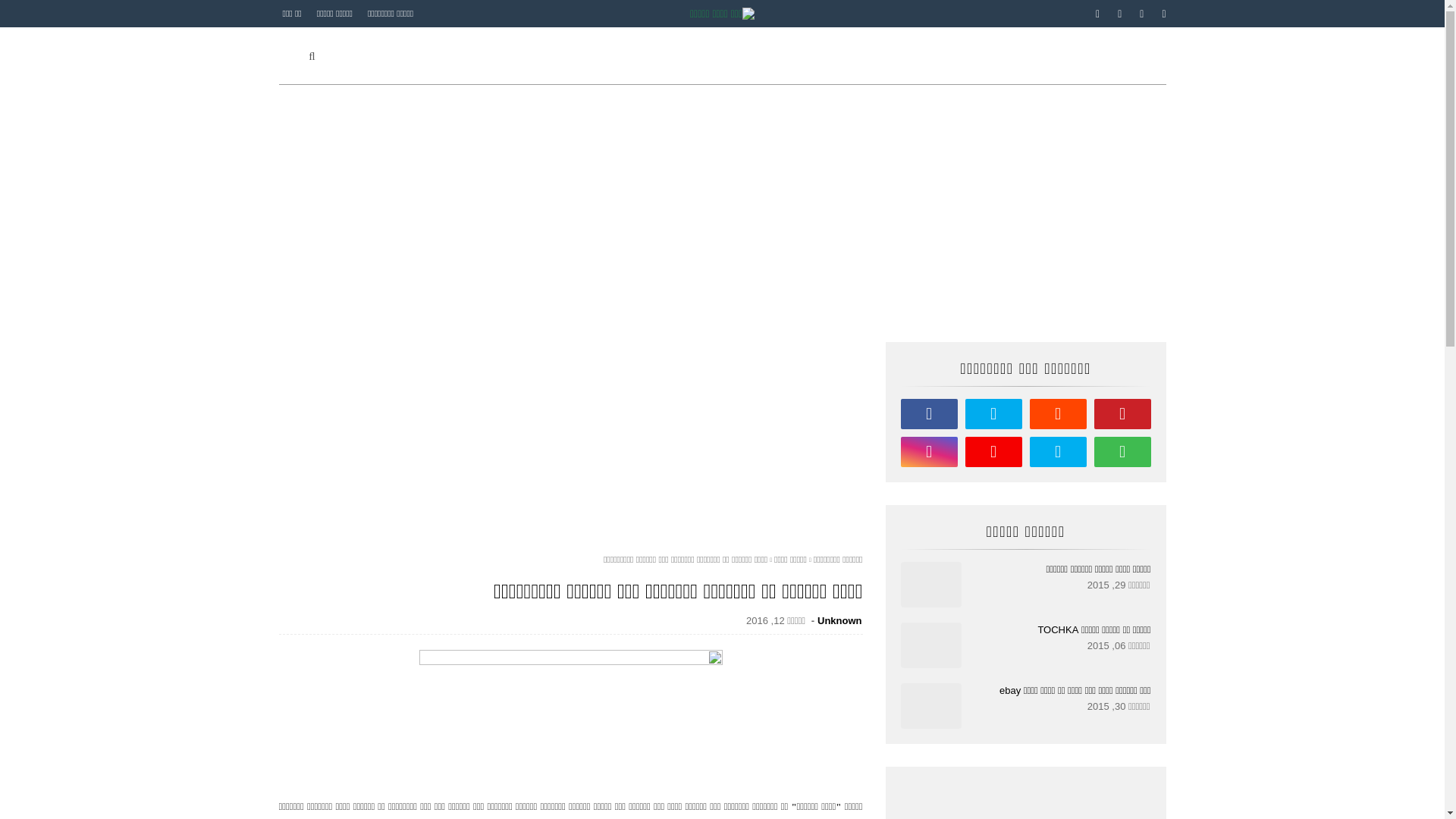  Describe the element at coordinates (993, 414) in the screenshot. I see `'twitter'` at that location.